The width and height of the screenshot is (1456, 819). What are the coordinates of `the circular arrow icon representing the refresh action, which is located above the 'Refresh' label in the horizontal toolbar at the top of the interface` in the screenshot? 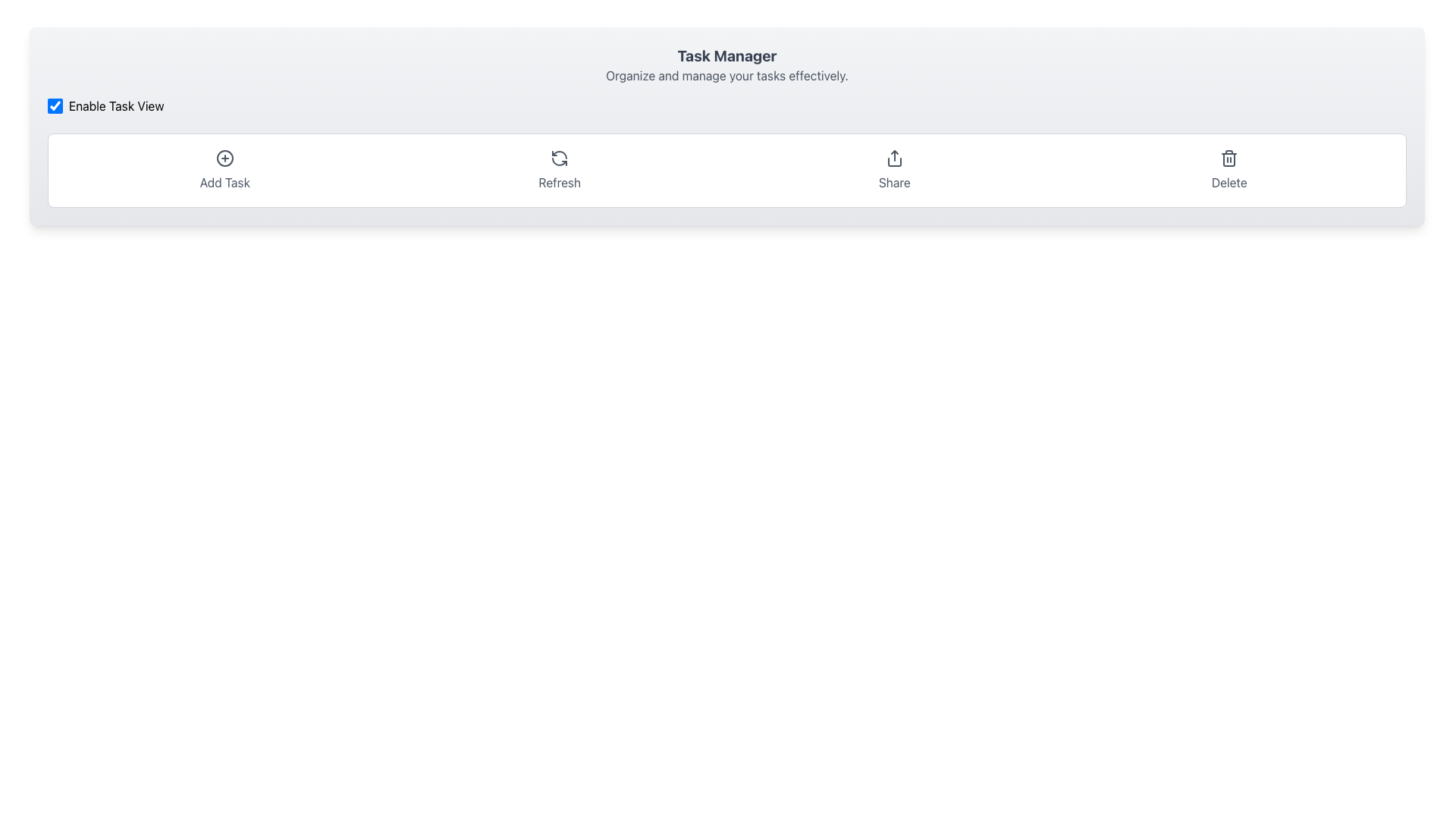 It's located at (559, 158).